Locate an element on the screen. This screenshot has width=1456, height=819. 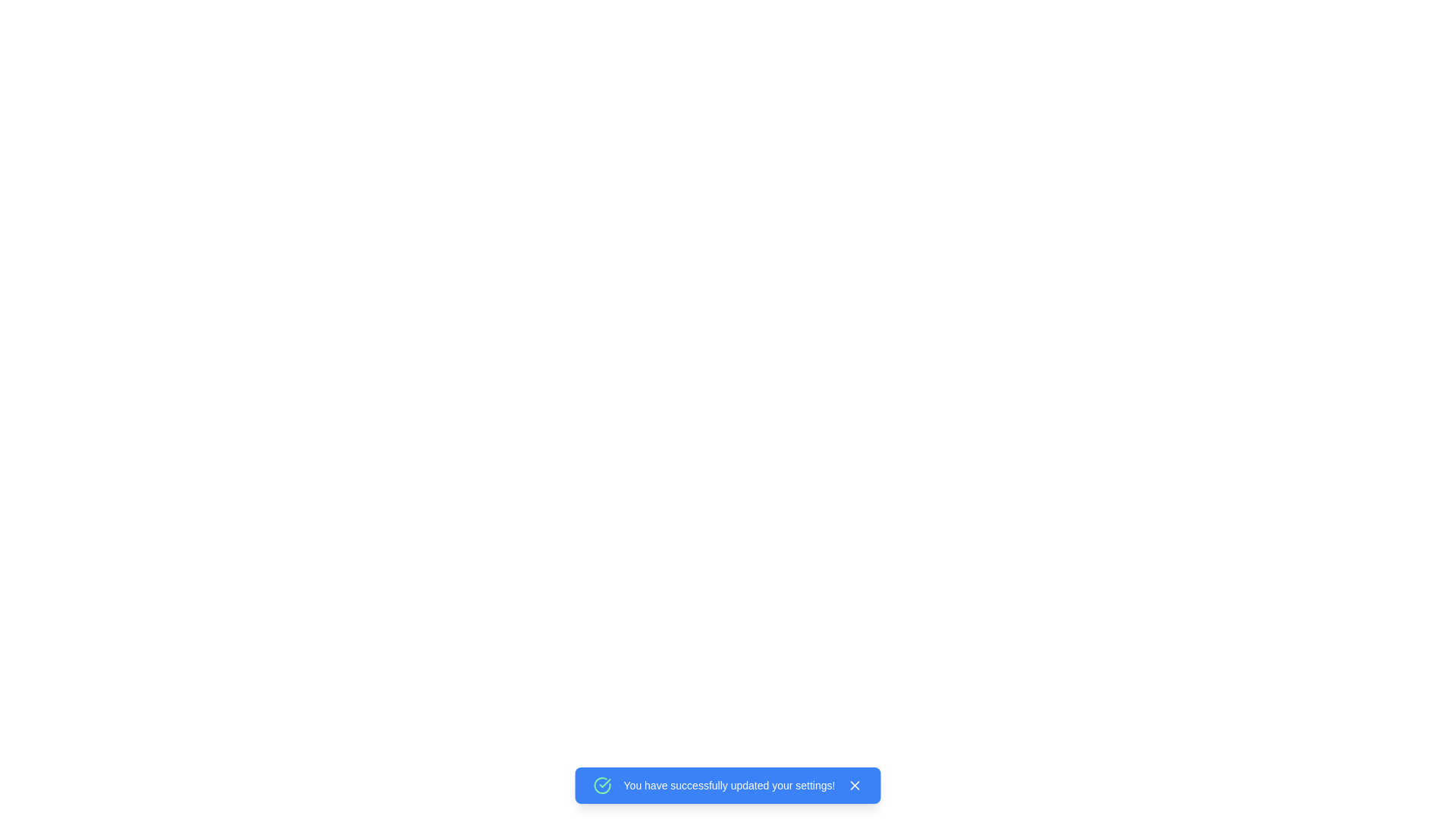
the Close Button Icon located in the bottom-right corner of the blue notification bar is located at coordinates (855, 785).